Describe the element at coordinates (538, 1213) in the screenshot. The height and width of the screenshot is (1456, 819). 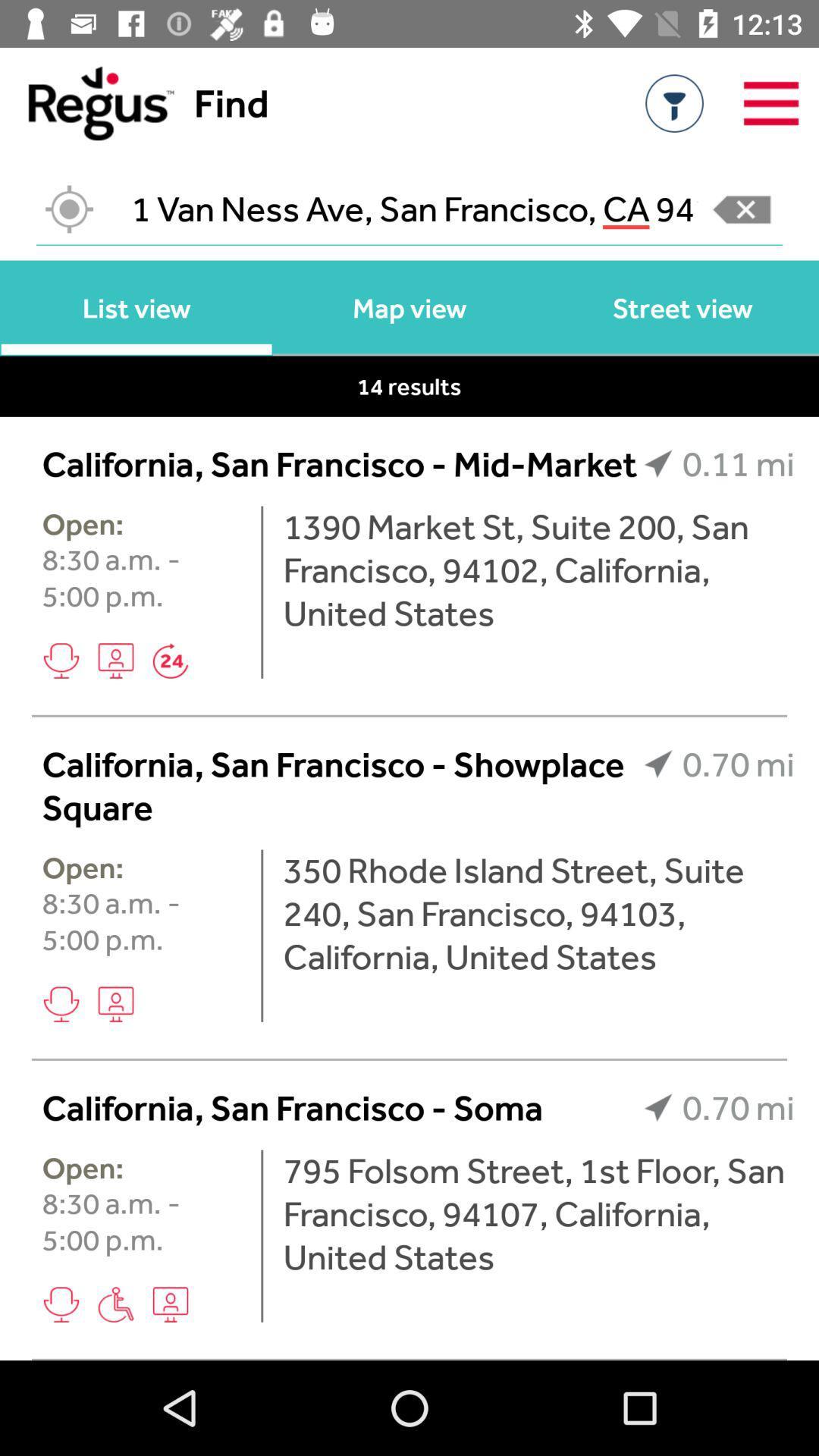
I see `795 folsom street item` at that location.